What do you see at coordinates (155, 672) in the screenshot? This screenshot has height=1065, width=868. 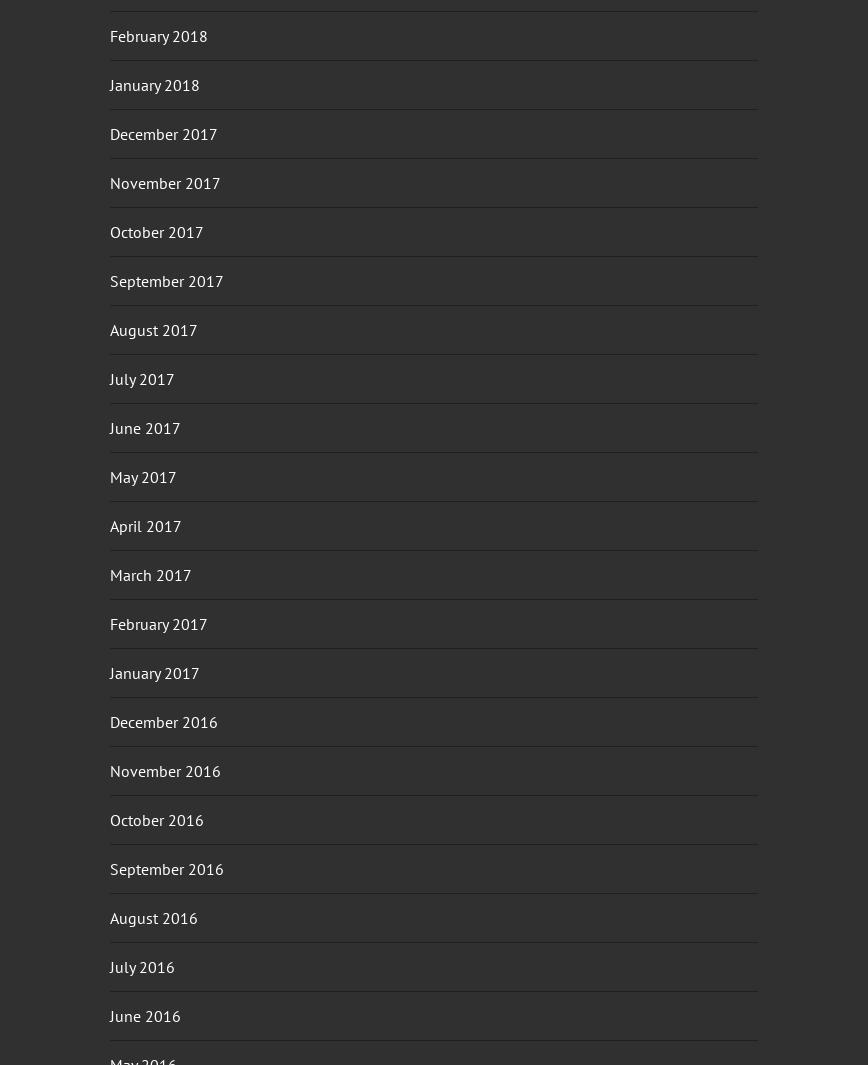 I see `'January 2017'` at bounding box center [155, 672].